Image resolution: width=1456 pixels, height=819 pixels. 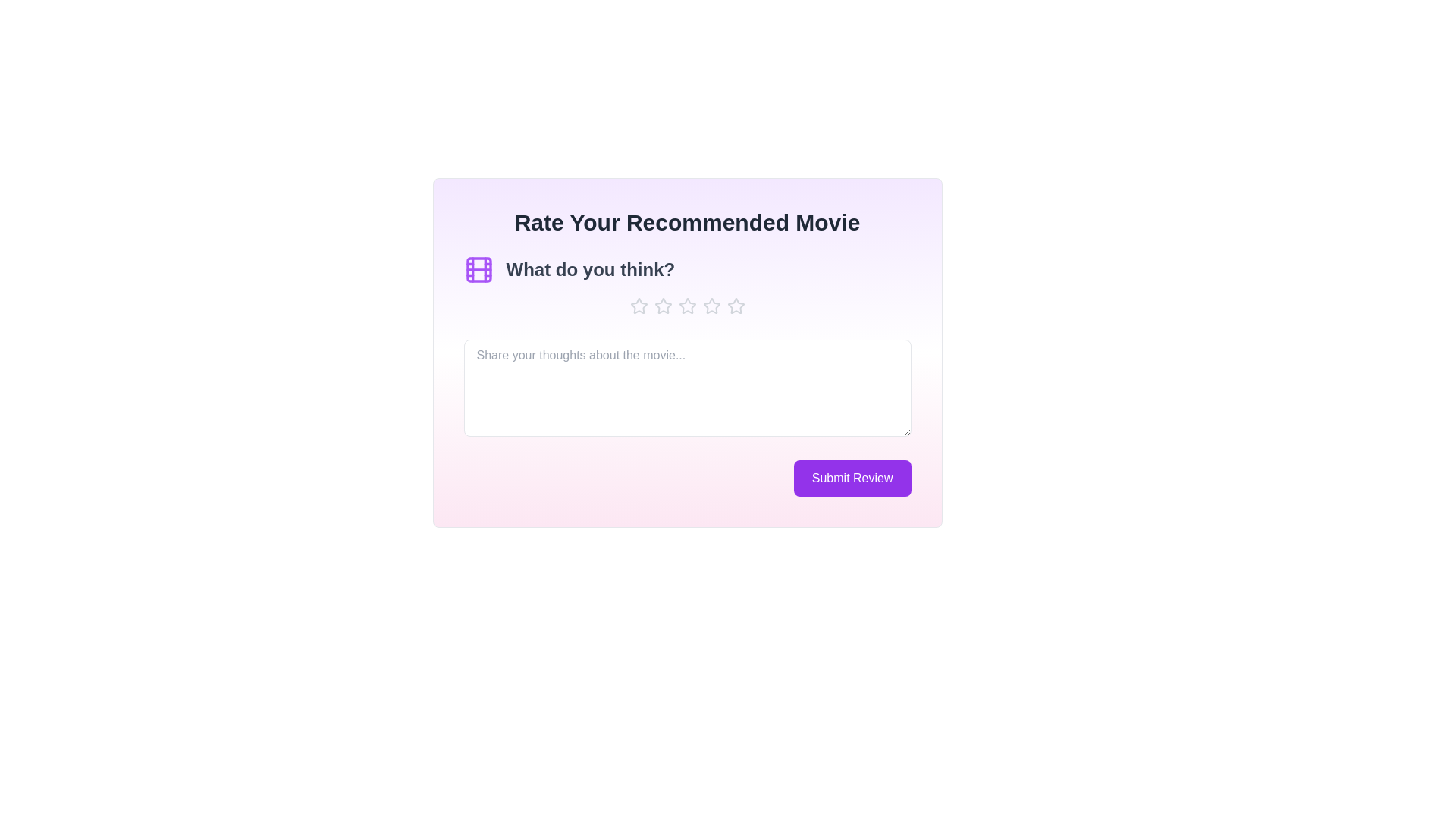 I want to click on the textarea to focus and type the review text, so click(x=686, y=388).